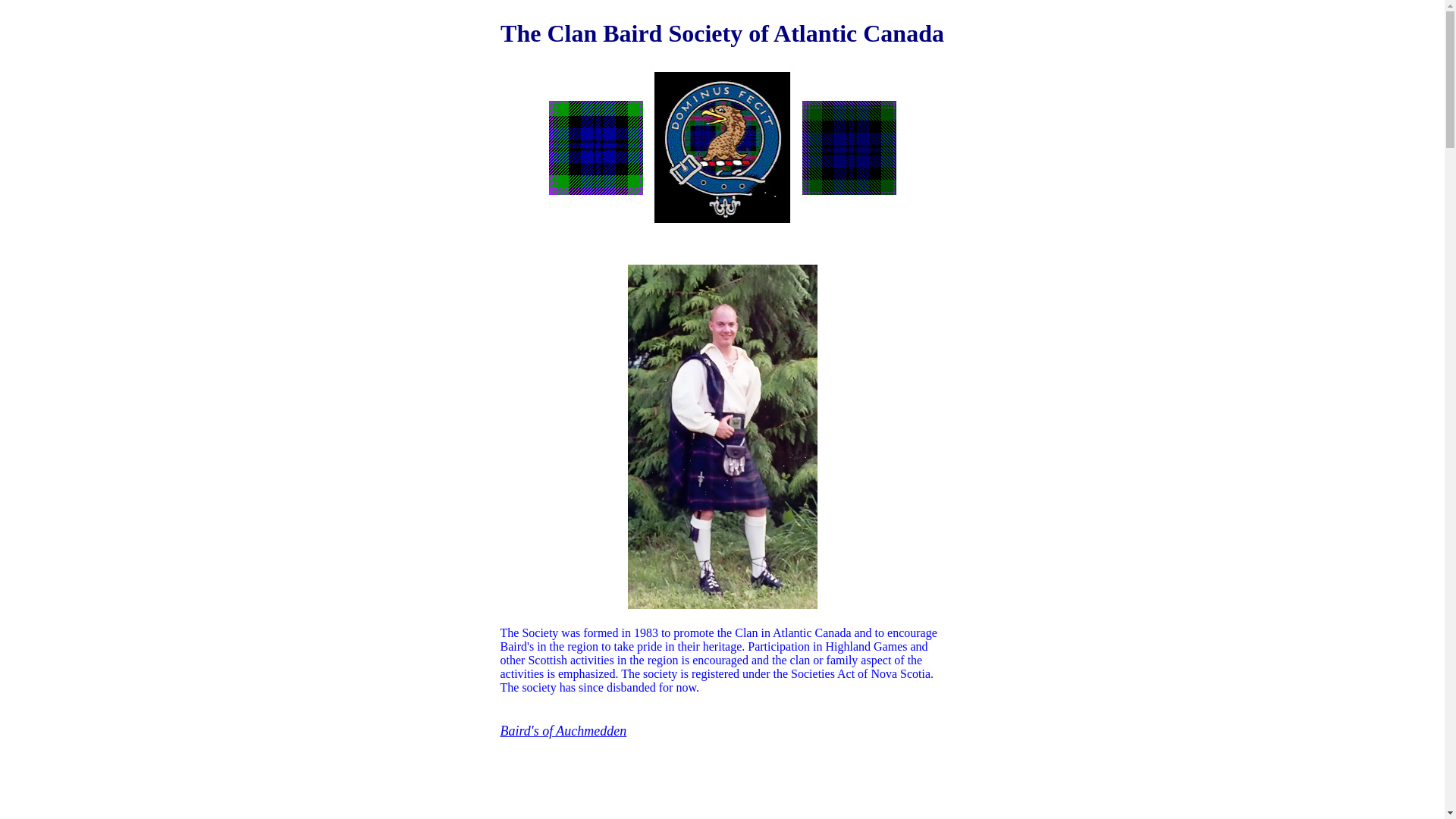 The height and width of the screenshot is (819, 1456). Describe the element at coordinates (563, 730) in the screenshot. I see `'Baird's of Auchmedden'` at that location.